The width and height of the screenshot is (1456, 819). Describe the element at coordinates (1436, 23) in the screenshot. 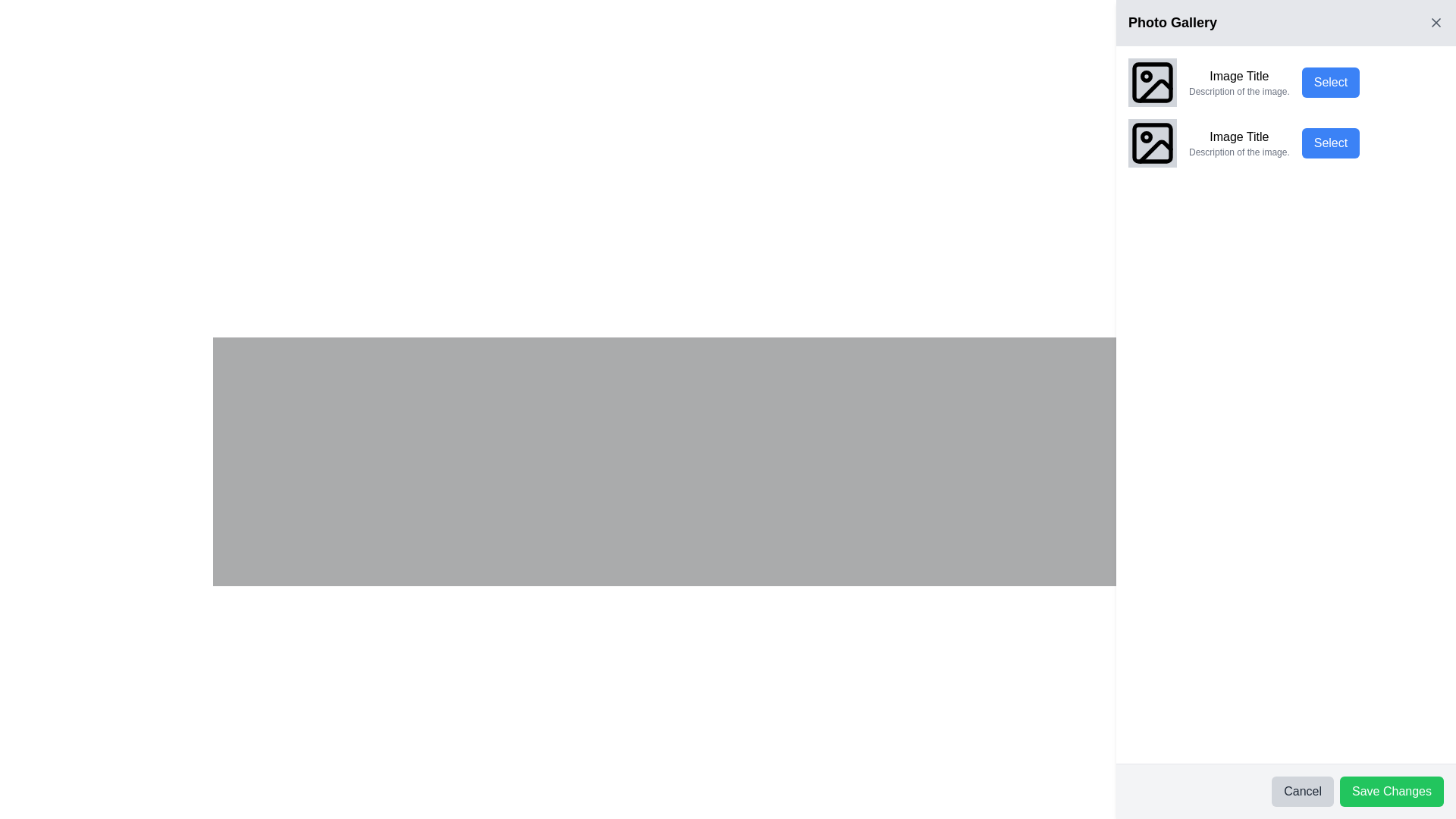

I see `the 'X' button located at the top-right of the modal window` at that location.